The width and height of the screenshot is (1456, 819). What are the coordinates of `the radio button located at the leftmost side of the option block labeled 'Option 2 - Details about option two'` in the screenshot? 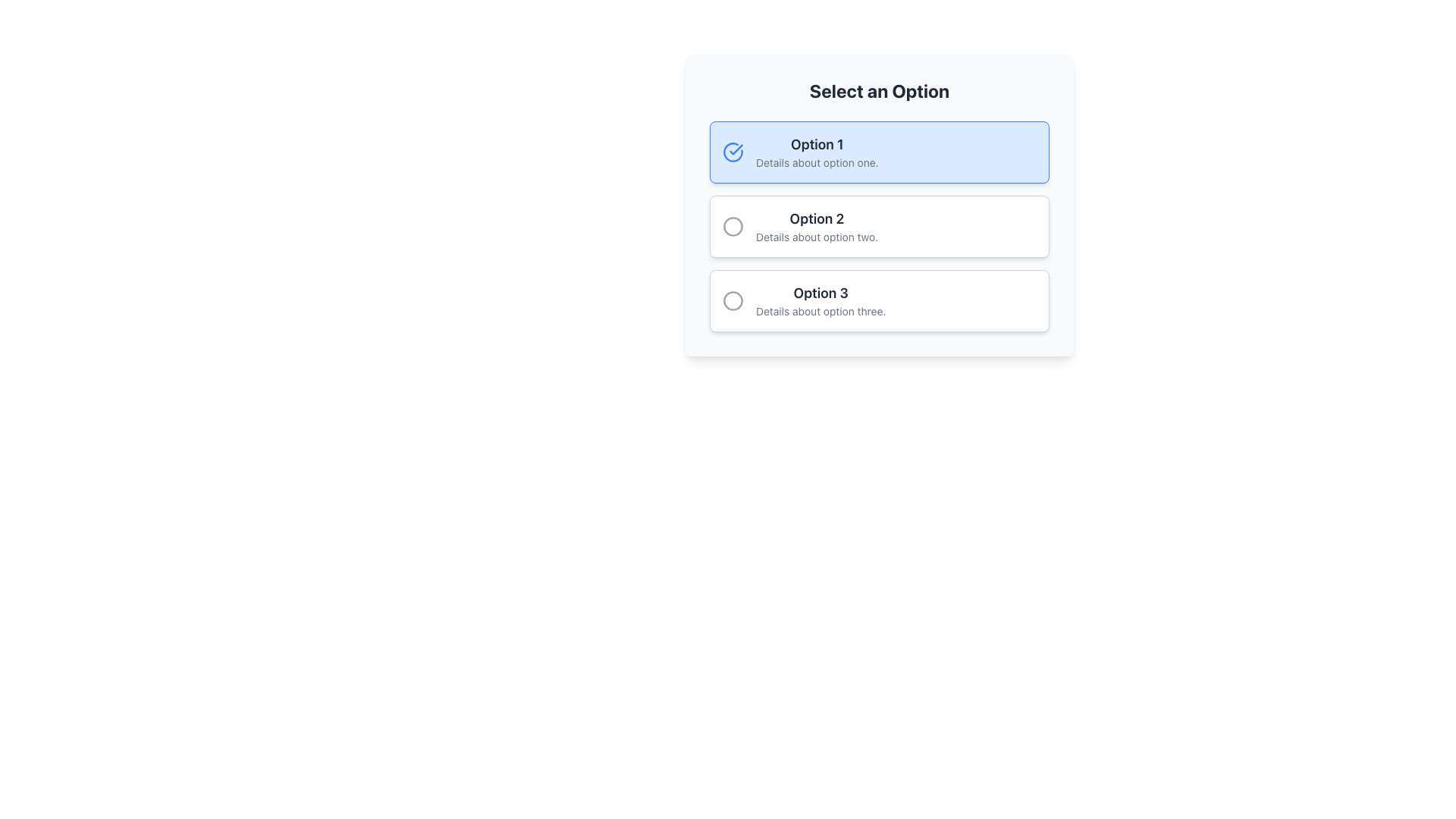 It's located at (733, 227).